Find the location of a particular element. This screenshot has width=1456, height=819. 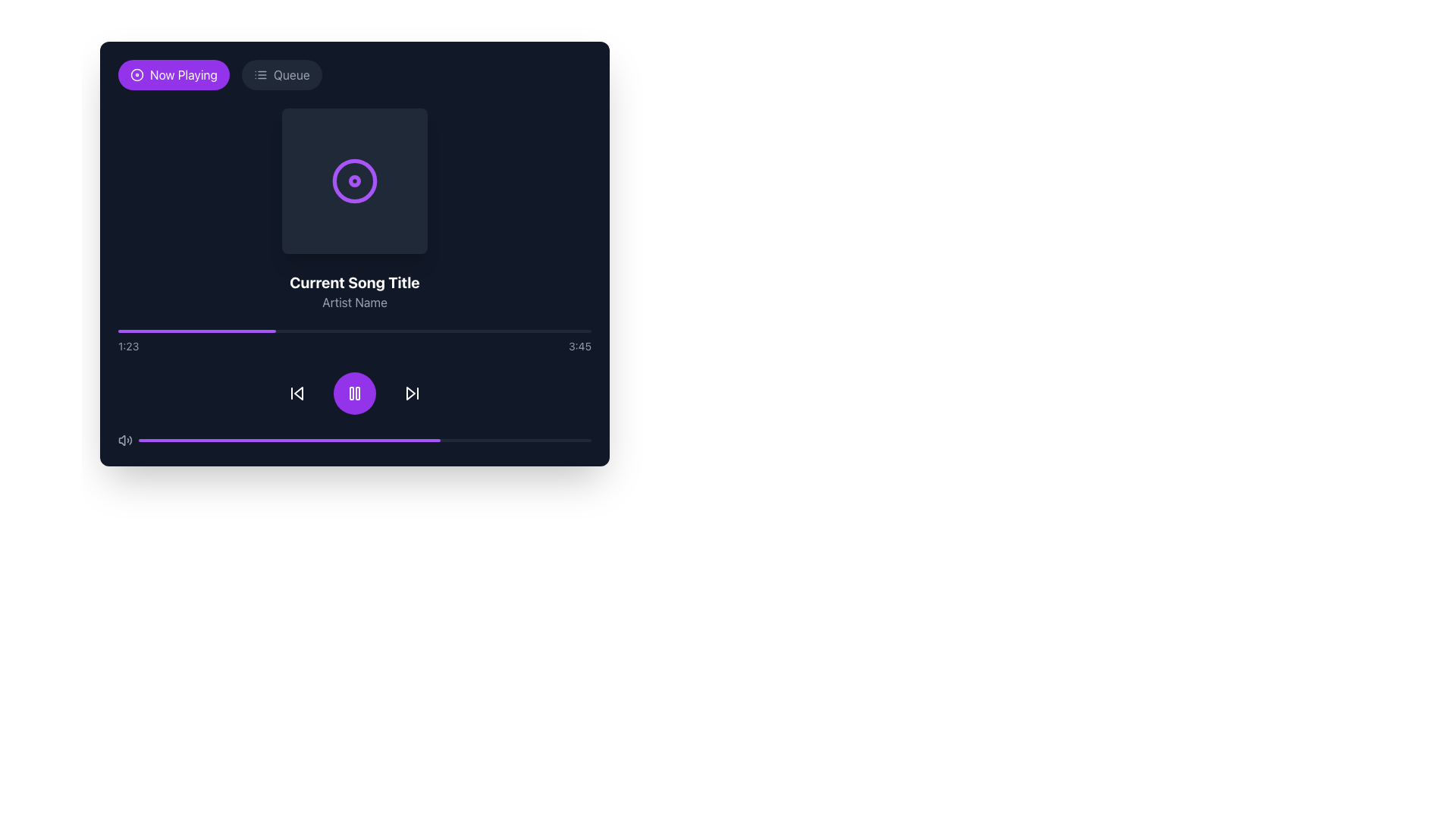

the Navigation tabs containing 'Now Playing' and 'Queue' for visual feedback is located at coordinates (353, 75).